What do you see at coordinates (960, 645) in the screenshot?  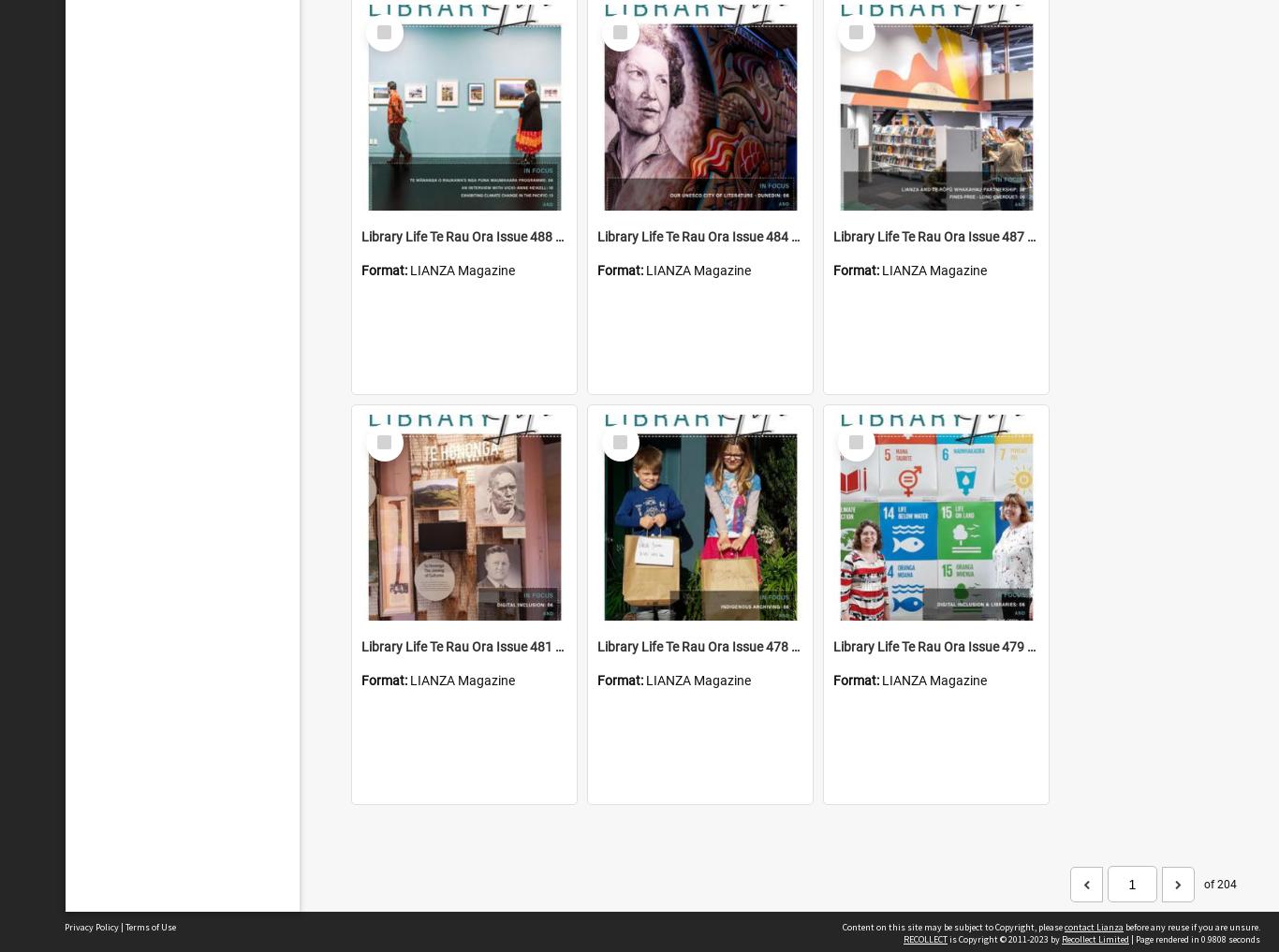 I see `'Library Life Te Rau Ora Issue 479 June 2020'` at bounding box center [960, 645].